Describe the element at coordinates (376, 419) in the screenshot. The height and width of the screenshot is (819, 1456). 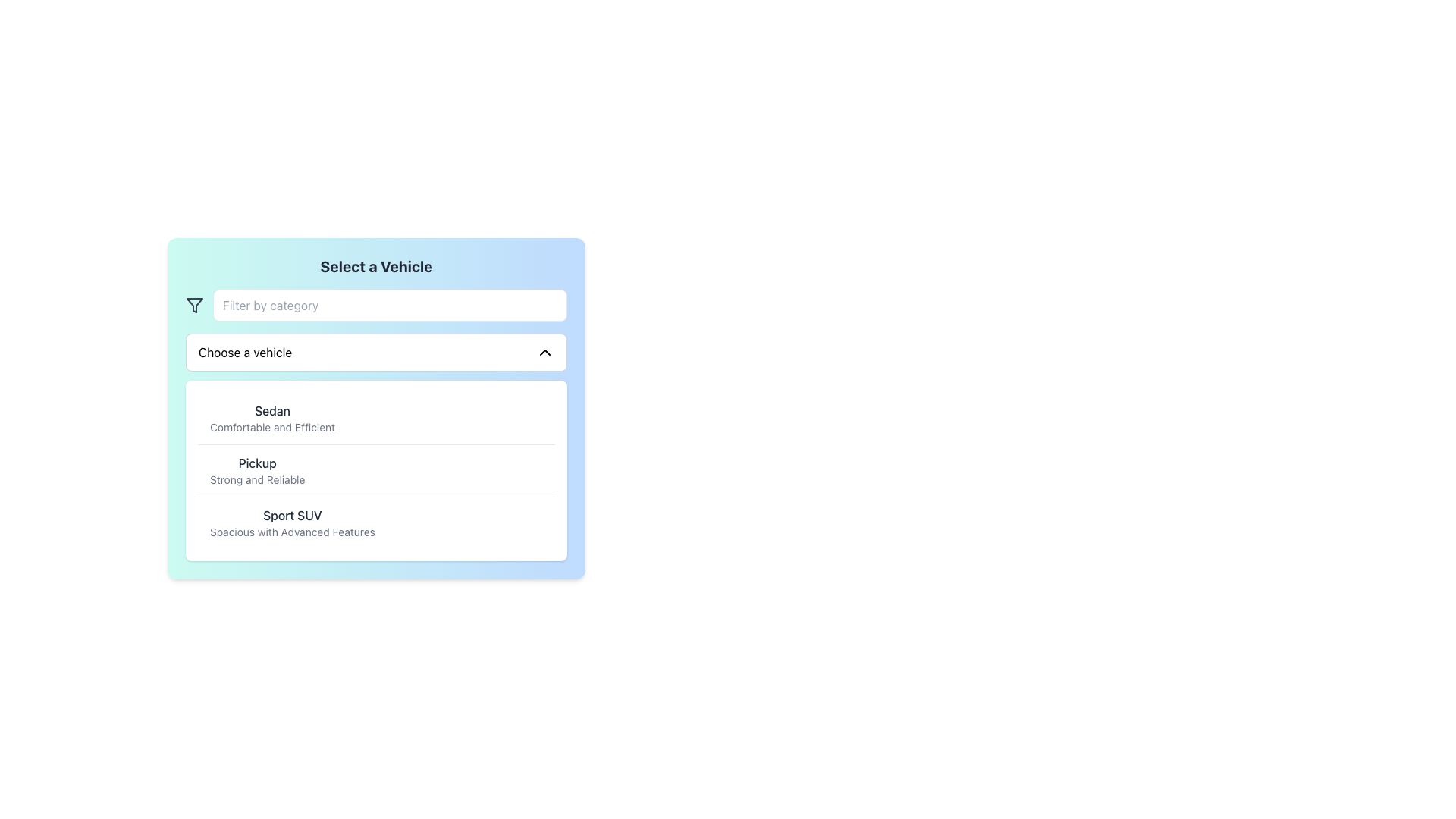
I see `the first list item under the 'Choose a vehicle' dropdown that identifies the 'Sedan' vehicle type` at that location.